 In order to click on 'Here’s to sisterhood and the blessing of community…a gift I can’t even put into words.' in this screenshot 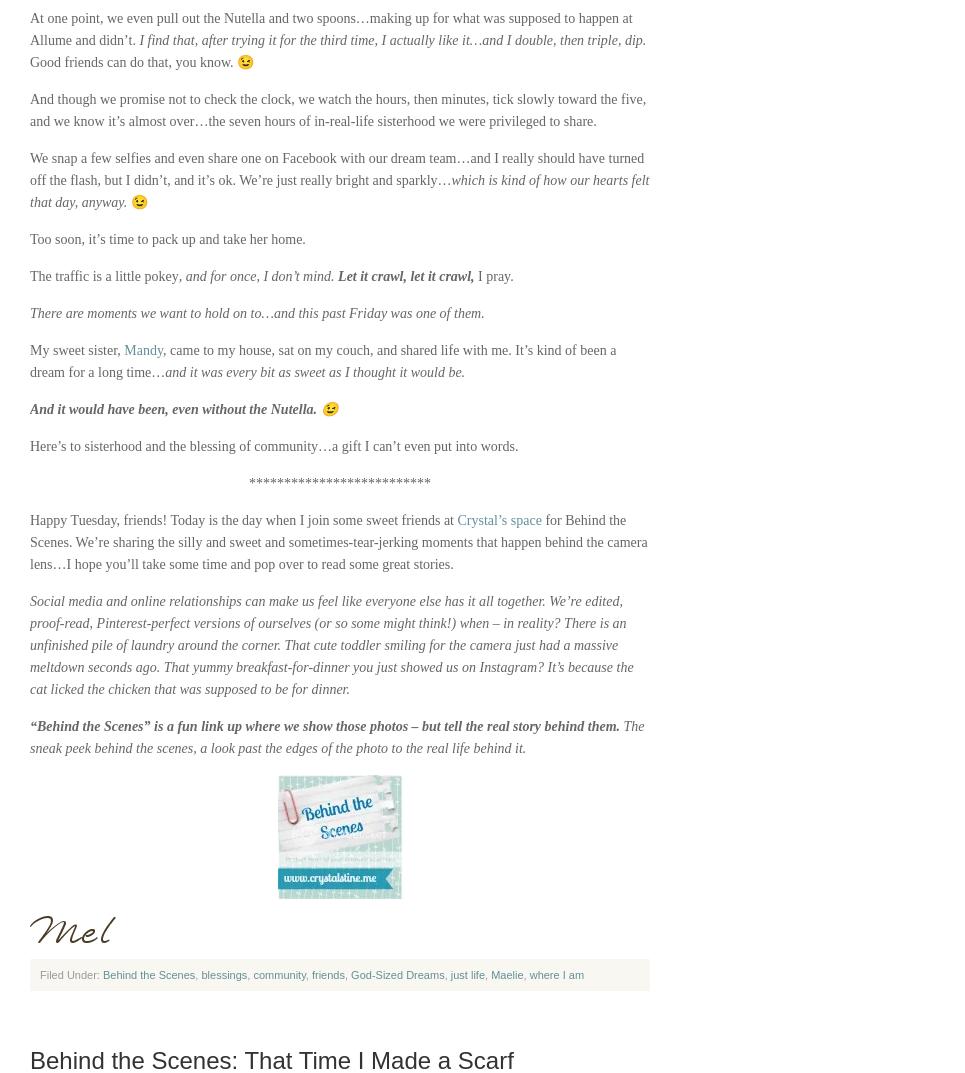, I will do `click(273, 446)`.